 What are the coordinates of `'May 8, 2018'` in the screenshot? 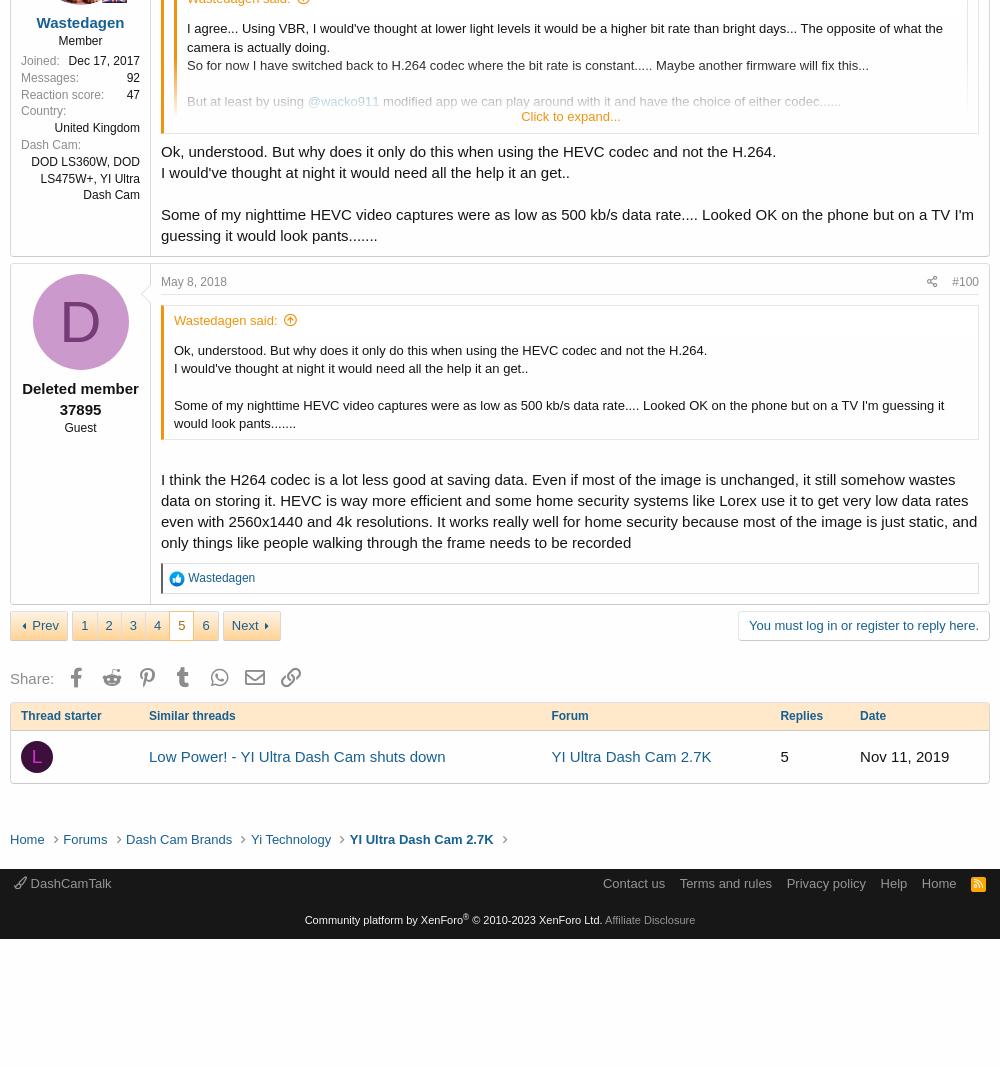 It's located at (193, 281).